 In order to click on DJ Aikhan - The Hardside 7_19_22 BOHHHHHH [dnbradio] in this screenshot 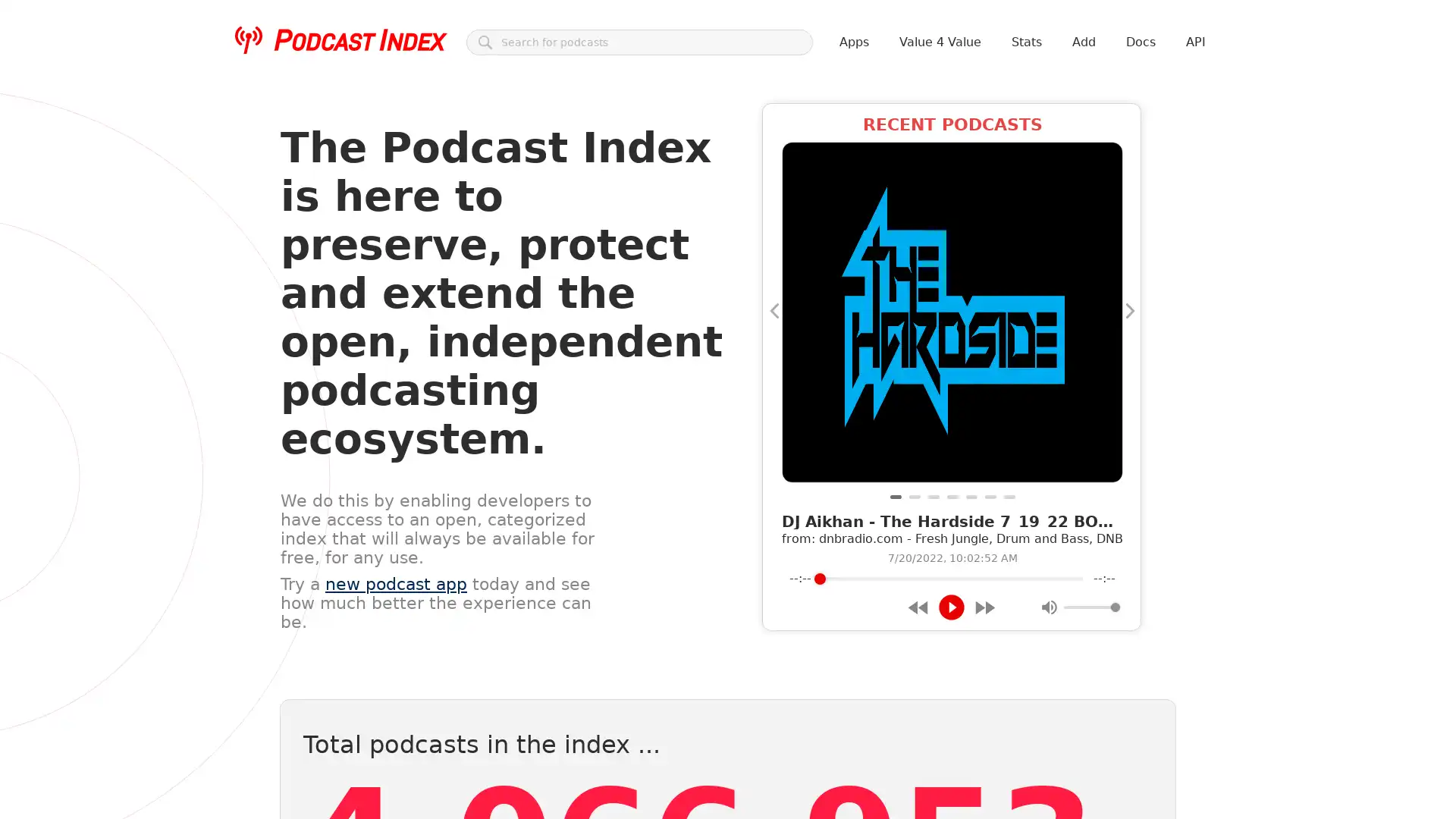, I will do `click(895, 497)`.